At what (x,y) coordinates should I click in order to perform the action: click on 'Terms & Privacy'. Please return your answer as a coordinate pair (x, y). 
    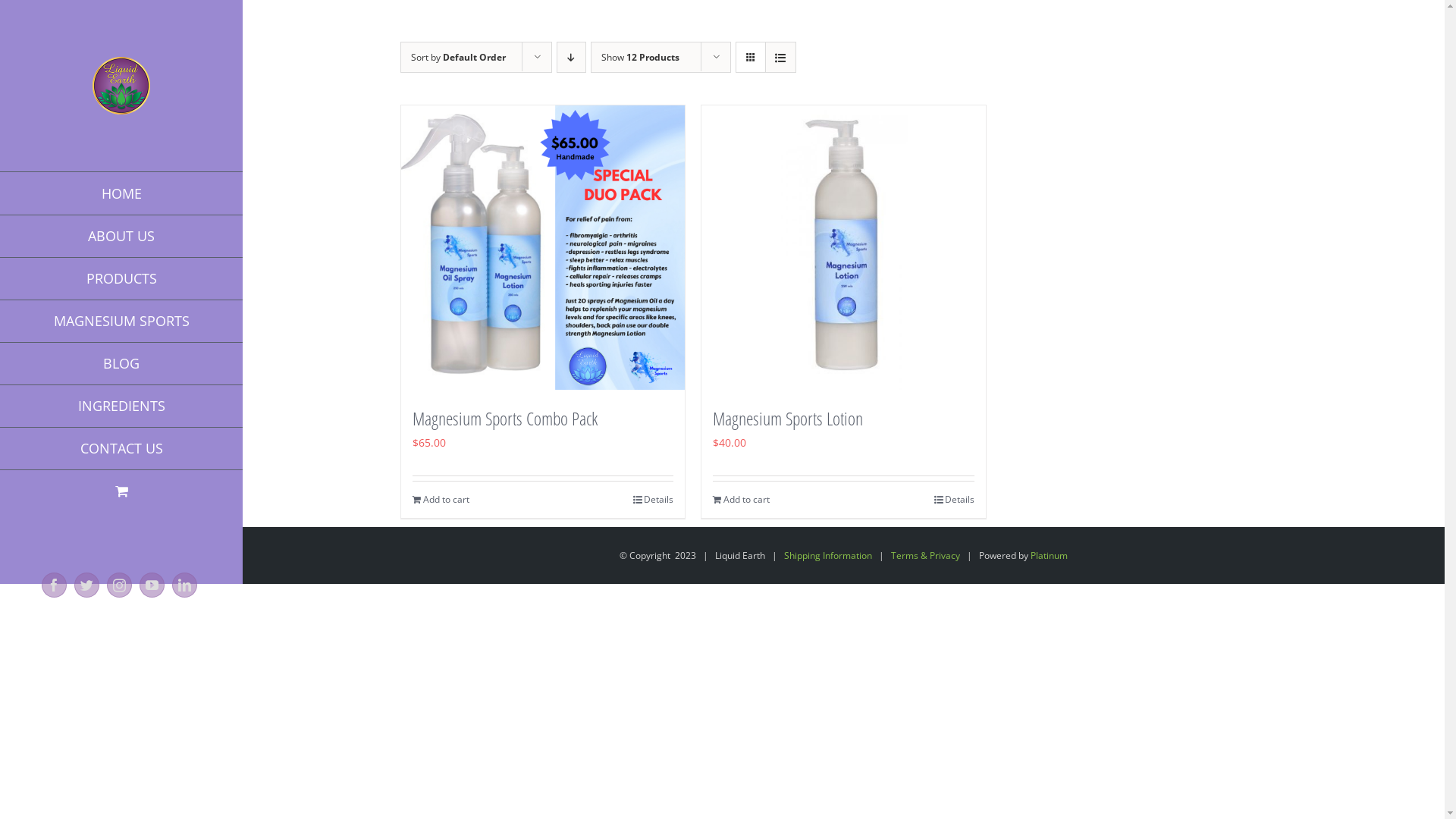
    Looking at the image, I should click on (891, 555).